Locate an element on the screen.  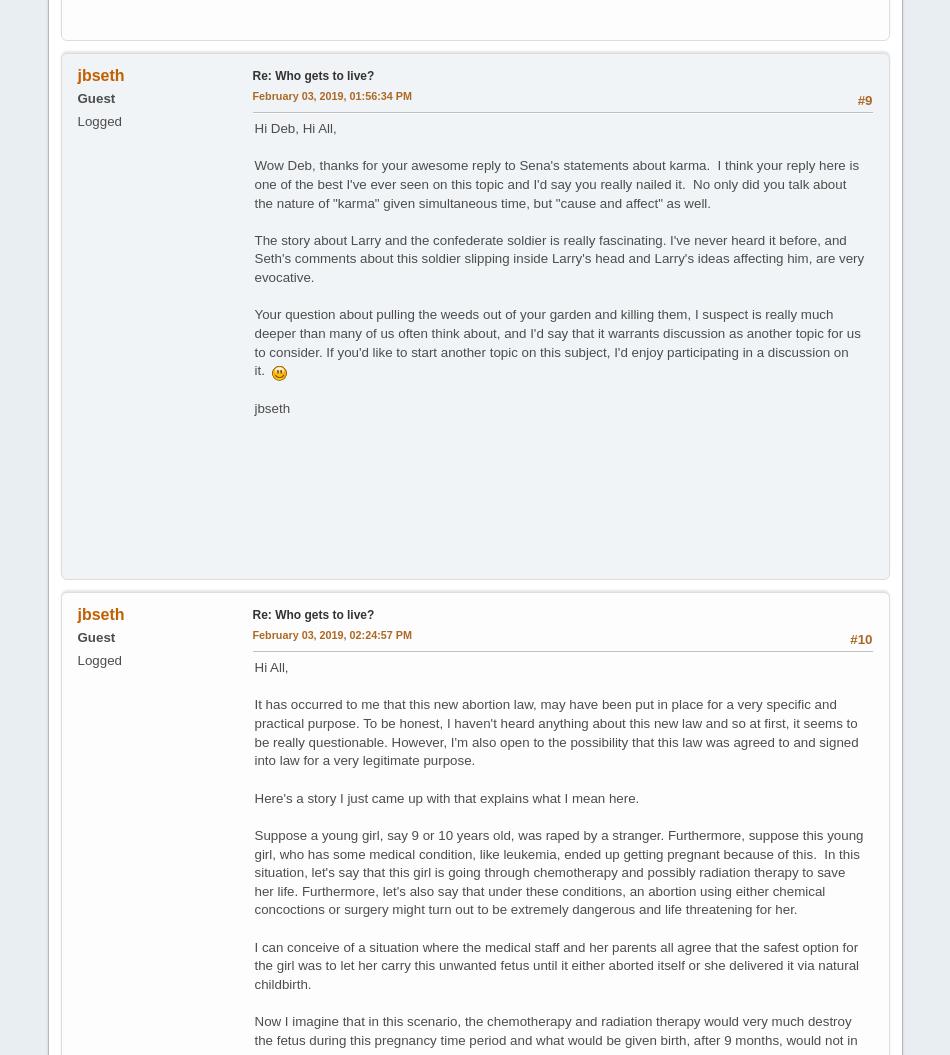
'The story about Larry and the confederate soldier is really fascinating. I've never heard it before, and Seth's comments about this soldier slipping inside Larry's head and Larry's ideas affecting him, are very evocative.' is located at coordinates (558, 258).